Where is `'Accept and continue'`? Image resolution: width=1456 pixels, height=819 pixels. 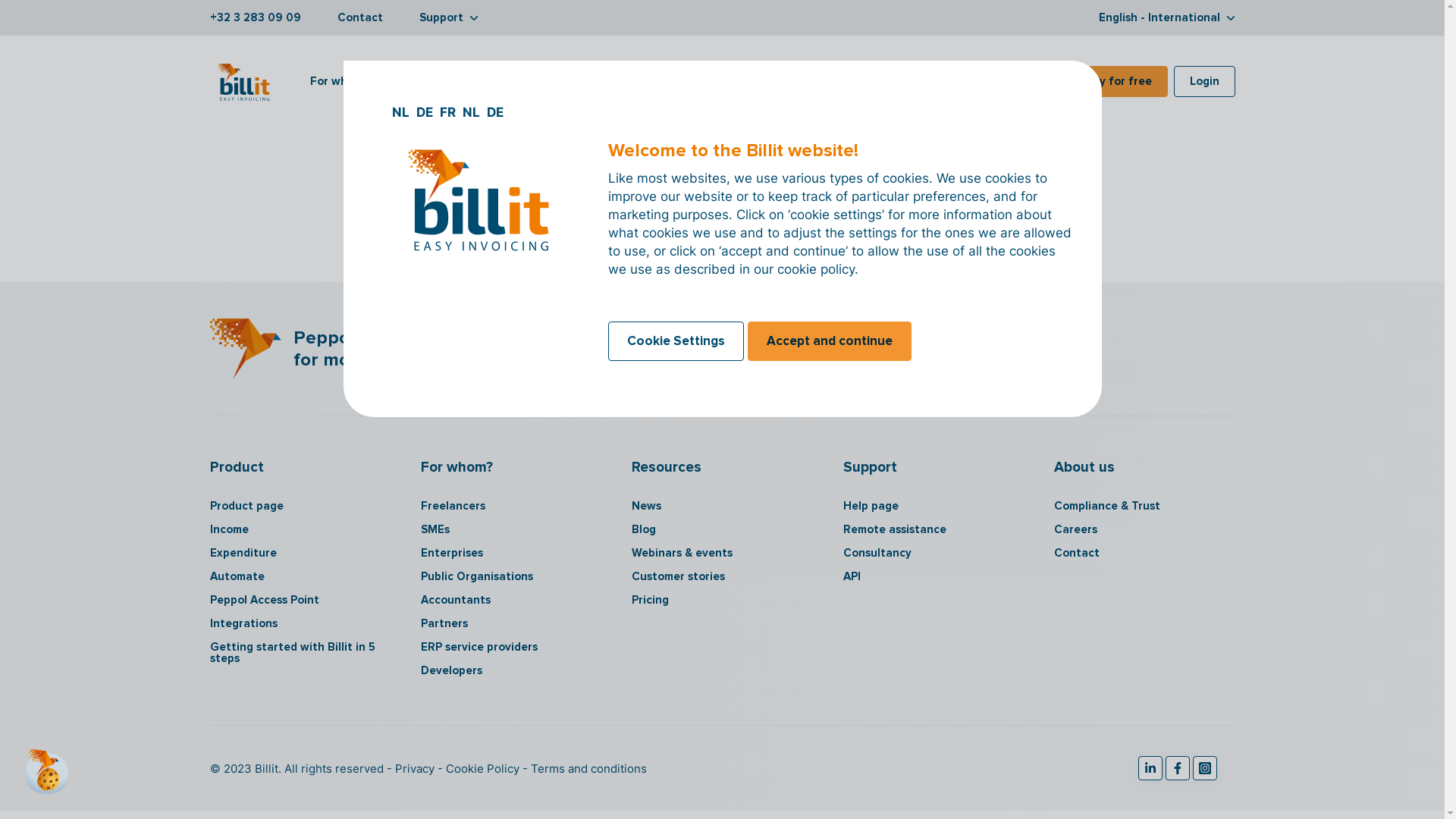 'Accept and continue' is located at coordinates (747, 341).